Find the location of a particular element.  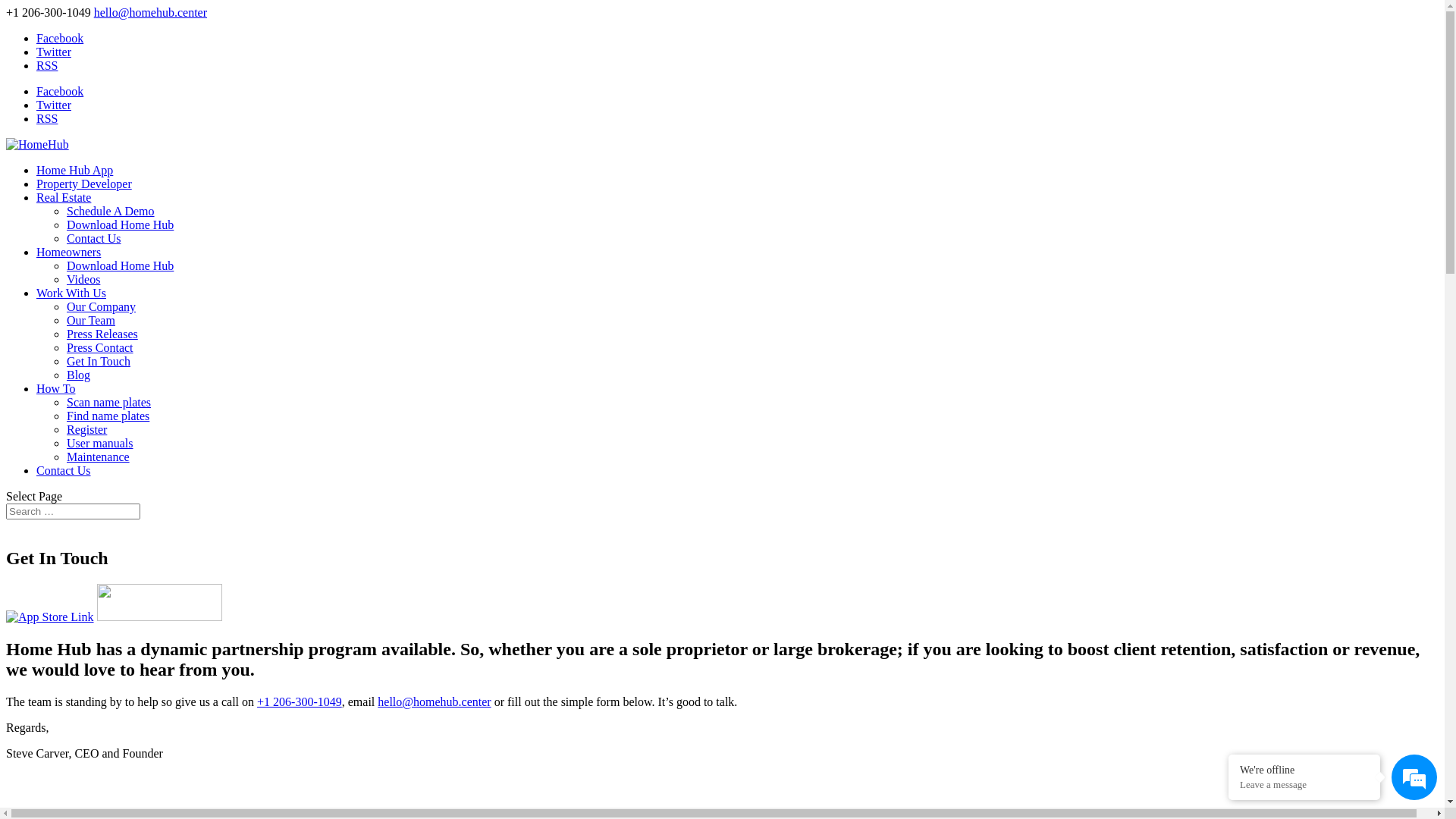

'Videos' is located at coordinates (83, 279).